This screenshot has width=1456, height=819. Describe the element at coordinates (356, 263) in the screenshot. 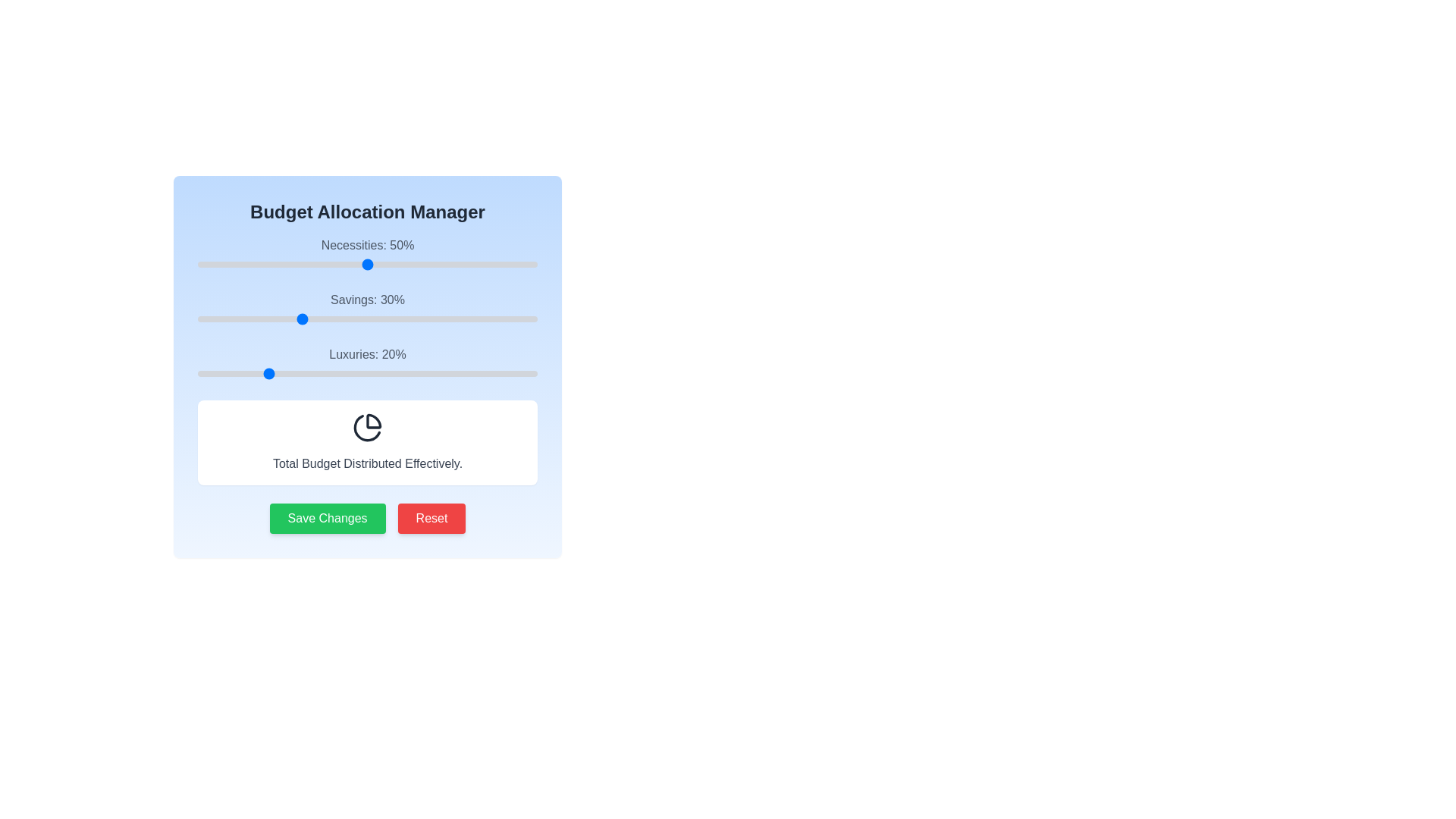

I see `the 'Necessities' slider` at that location.